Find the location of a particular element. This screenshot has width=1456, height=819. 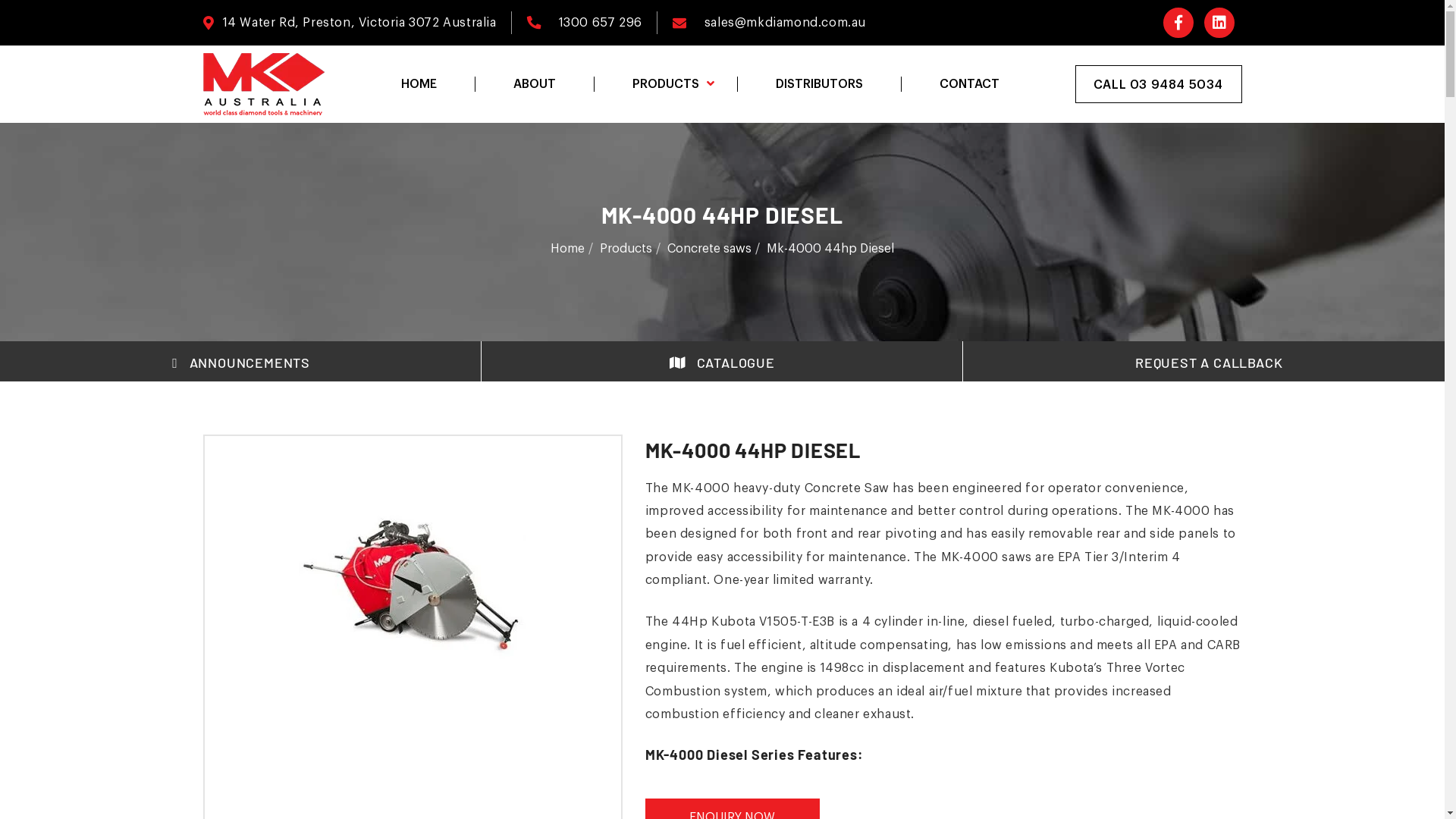

'Facebook' is located at coordinates (1178, 23).